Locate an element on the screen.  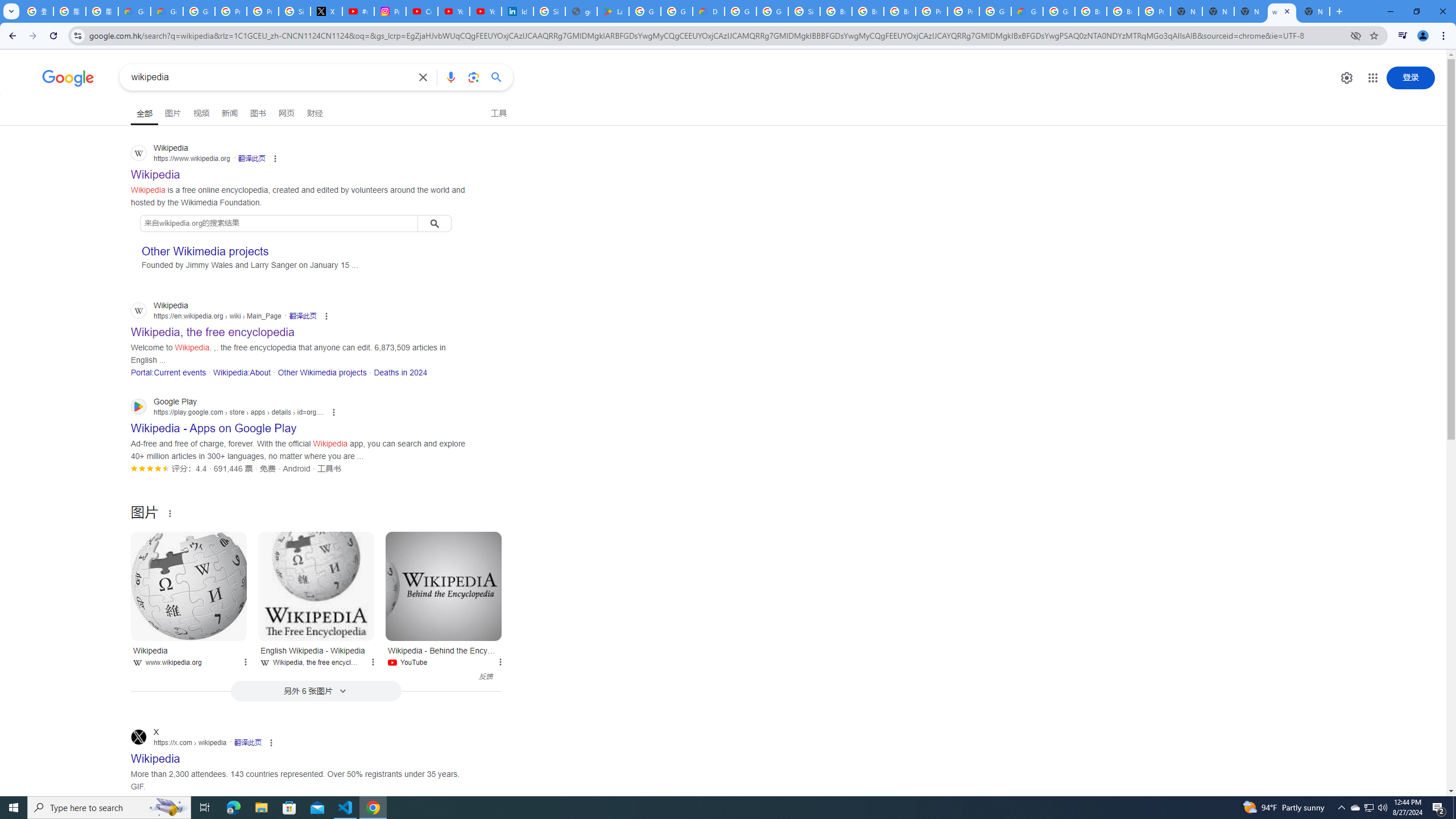
'Privacy Help Center - Policies Help' is located at coordinates (262, 11).